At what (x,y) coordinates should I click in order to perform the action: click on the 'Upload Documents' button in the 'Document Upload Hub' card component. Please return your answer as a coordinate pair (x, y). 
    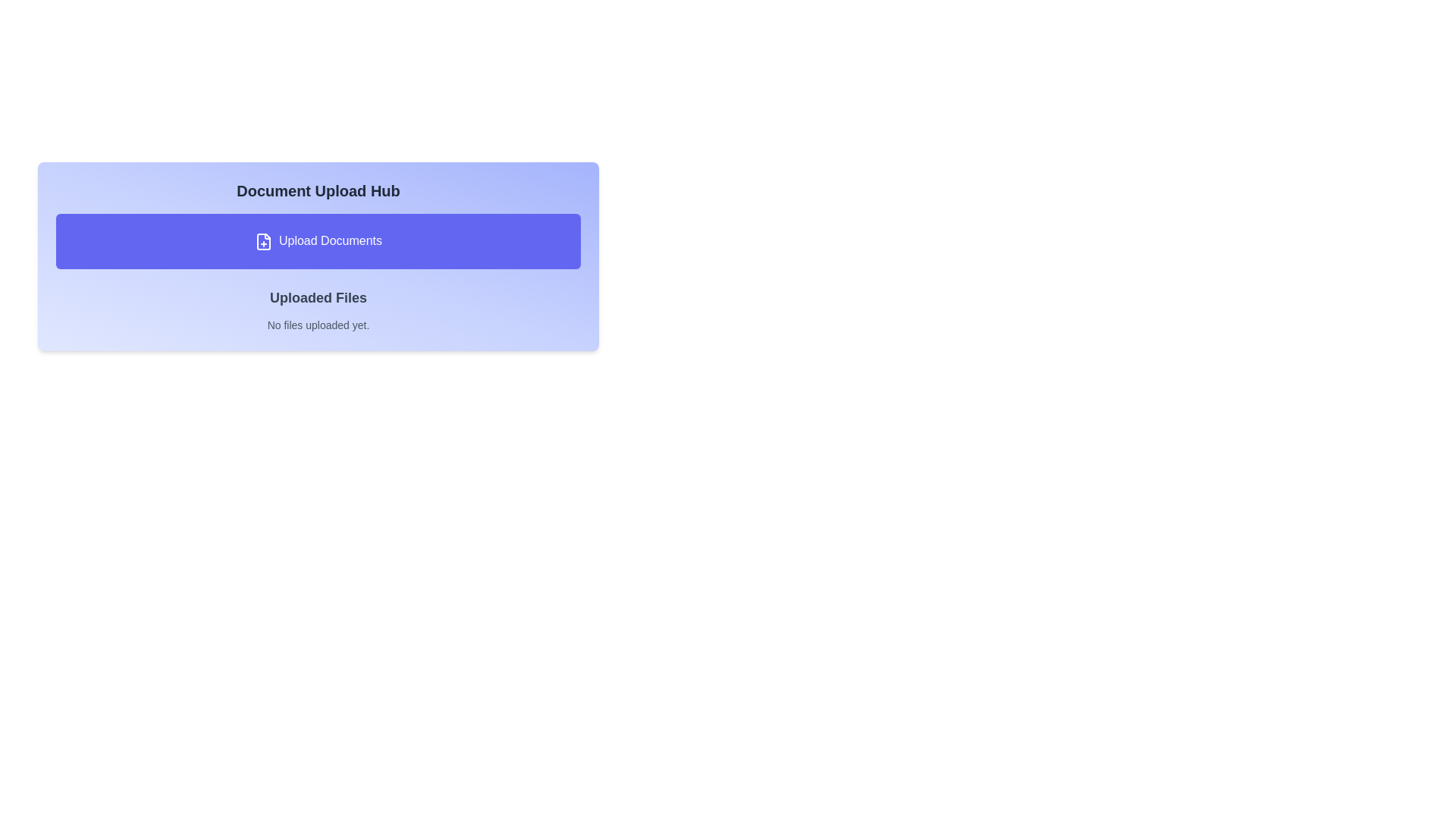
    Looking at the image, I should click on (318, 268).